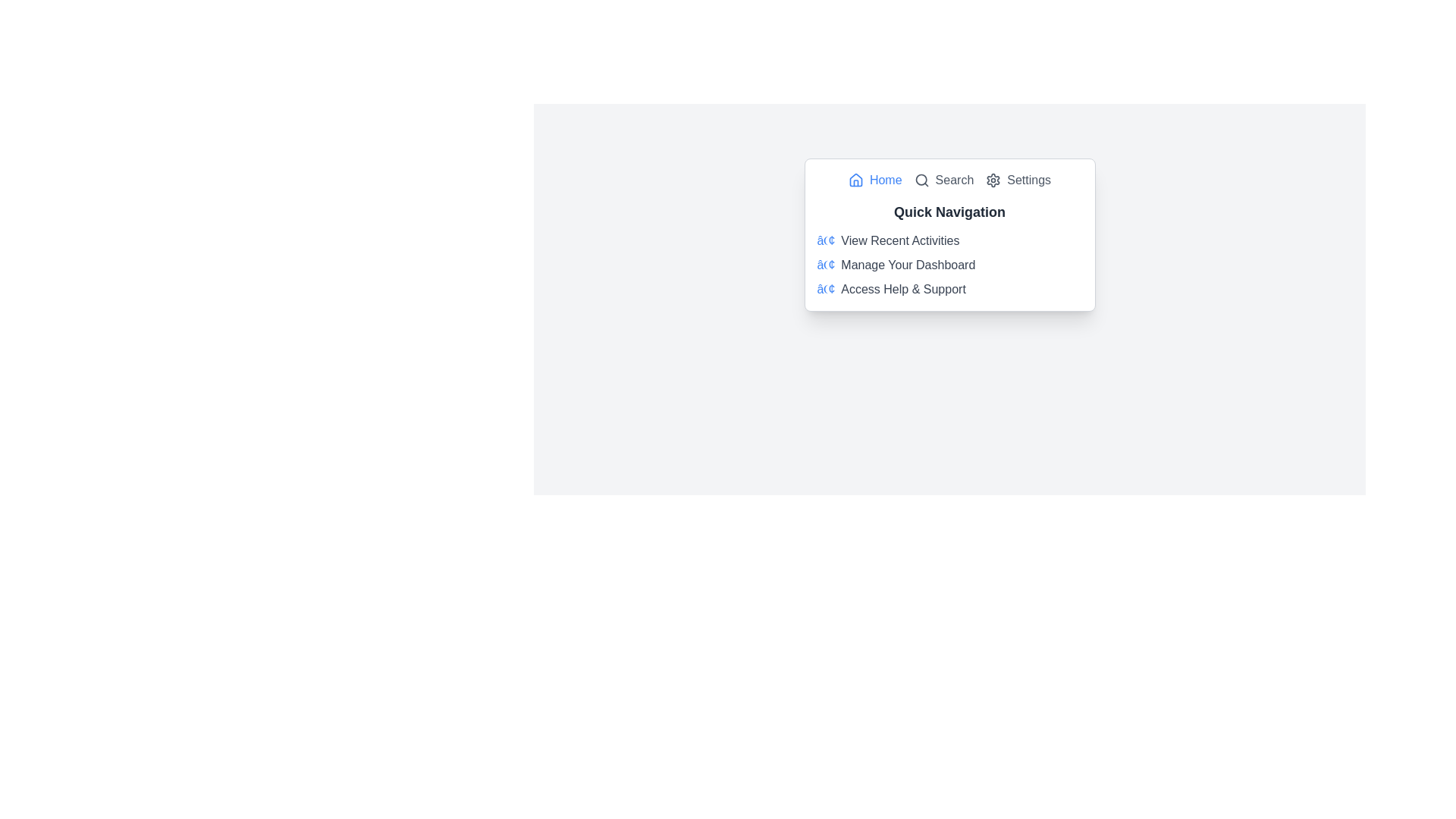 The height and width of the screenshot is (819, 1456). Describe the element at coordinates (900, 240) in the screenshot. I see `the first static text label in the vertical list of navigation options under the 'Quick Navigation' title` at that location.